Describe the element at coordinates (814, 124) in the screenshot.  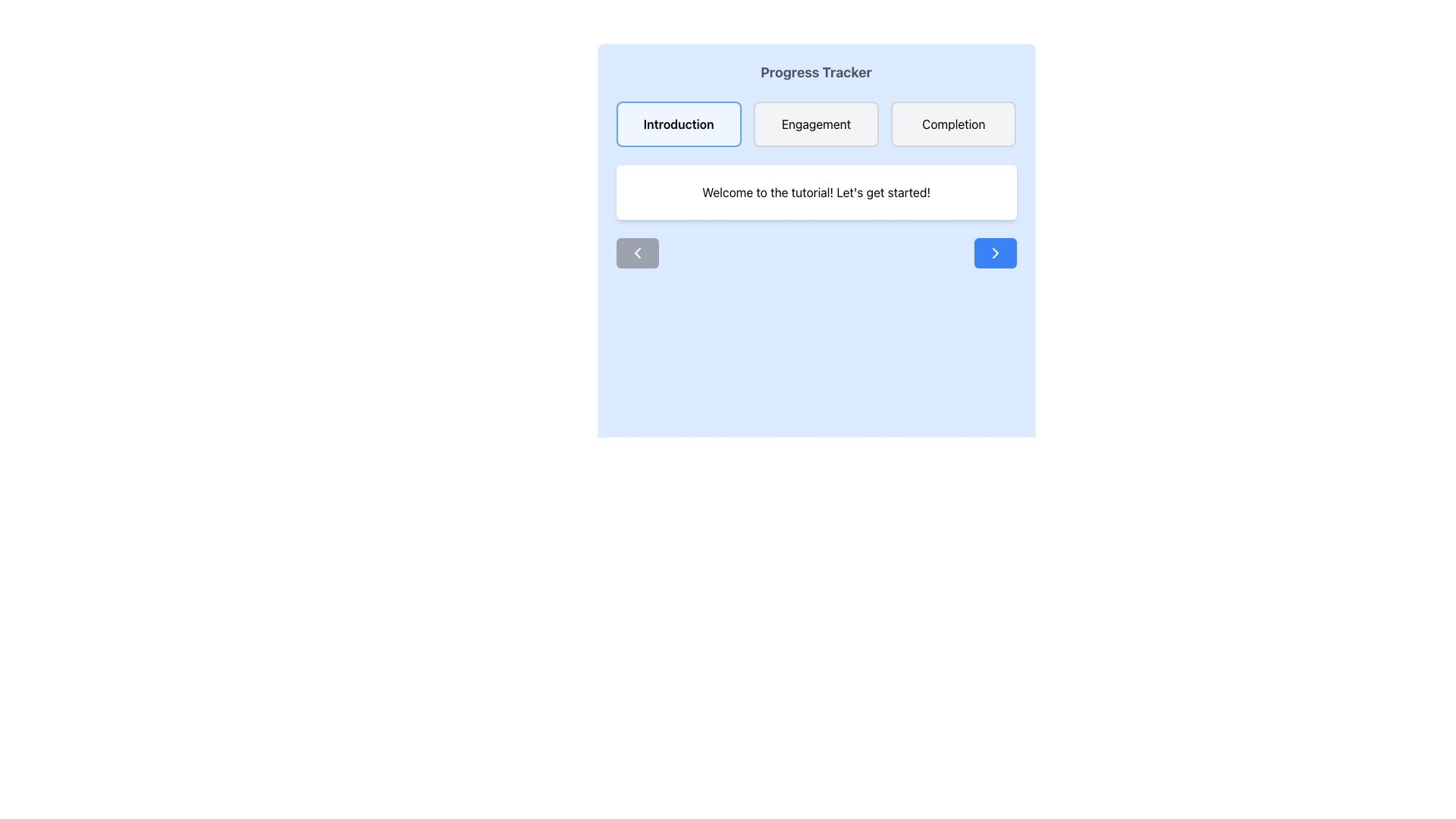
I see `the central button in the Progress Tracker` at that location.